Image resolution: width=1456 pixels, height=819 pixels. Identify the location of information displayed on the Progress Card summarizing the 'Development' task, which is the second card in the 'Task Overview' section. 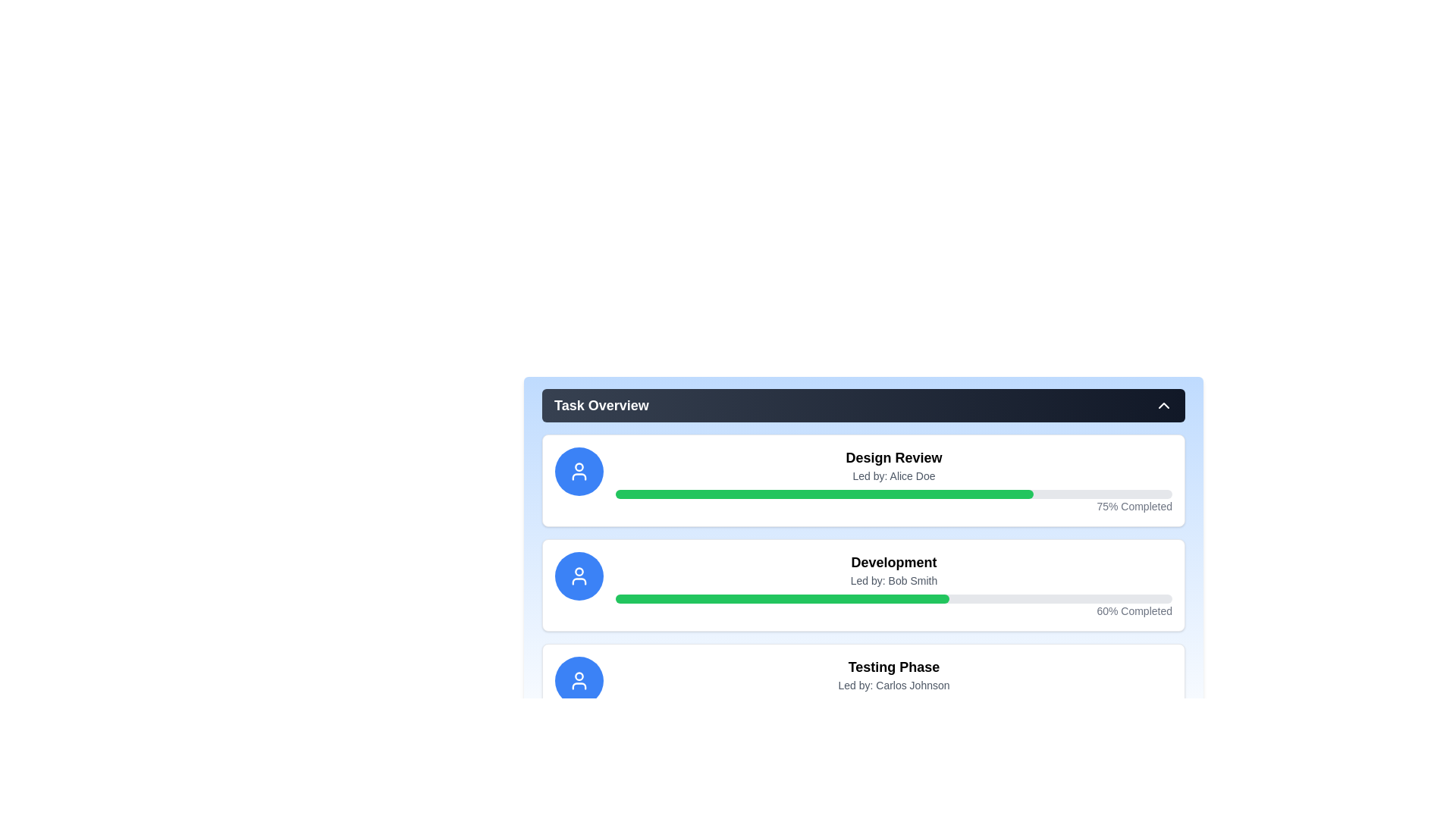
(863, 584).